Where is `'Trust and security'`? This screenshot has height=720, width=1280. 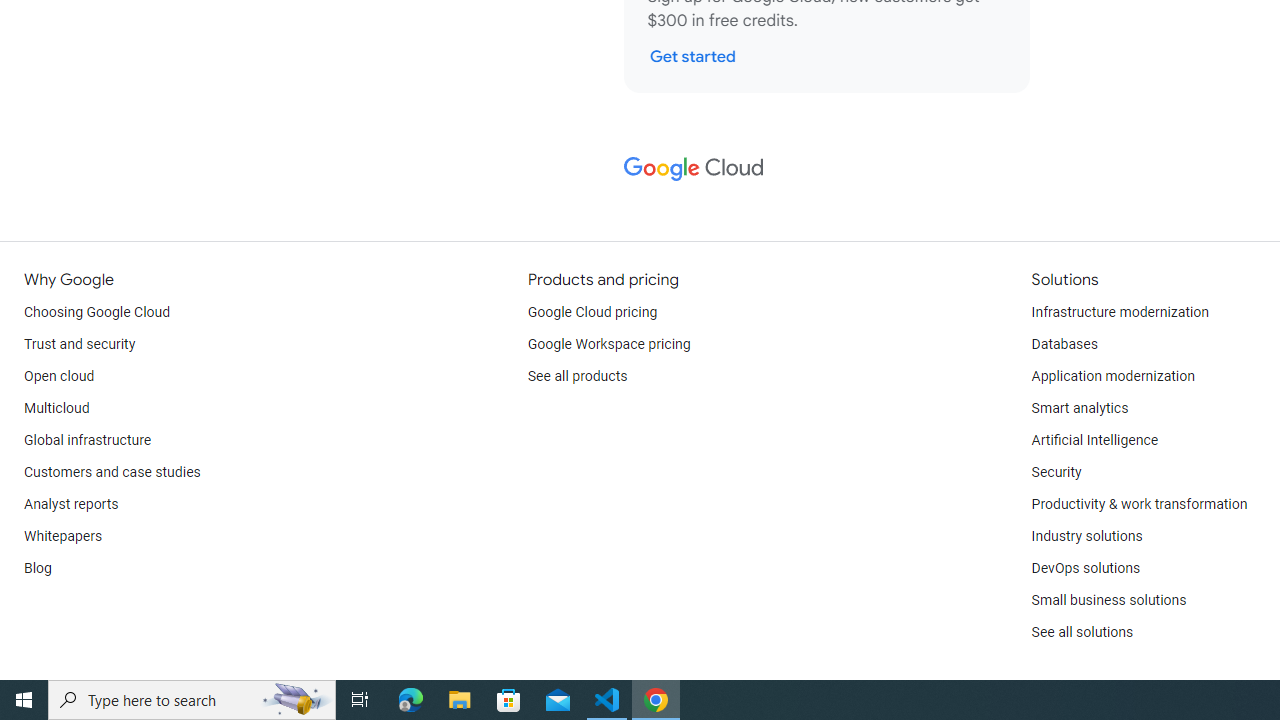
'Trust and security' is located at coordinates (80, 343).